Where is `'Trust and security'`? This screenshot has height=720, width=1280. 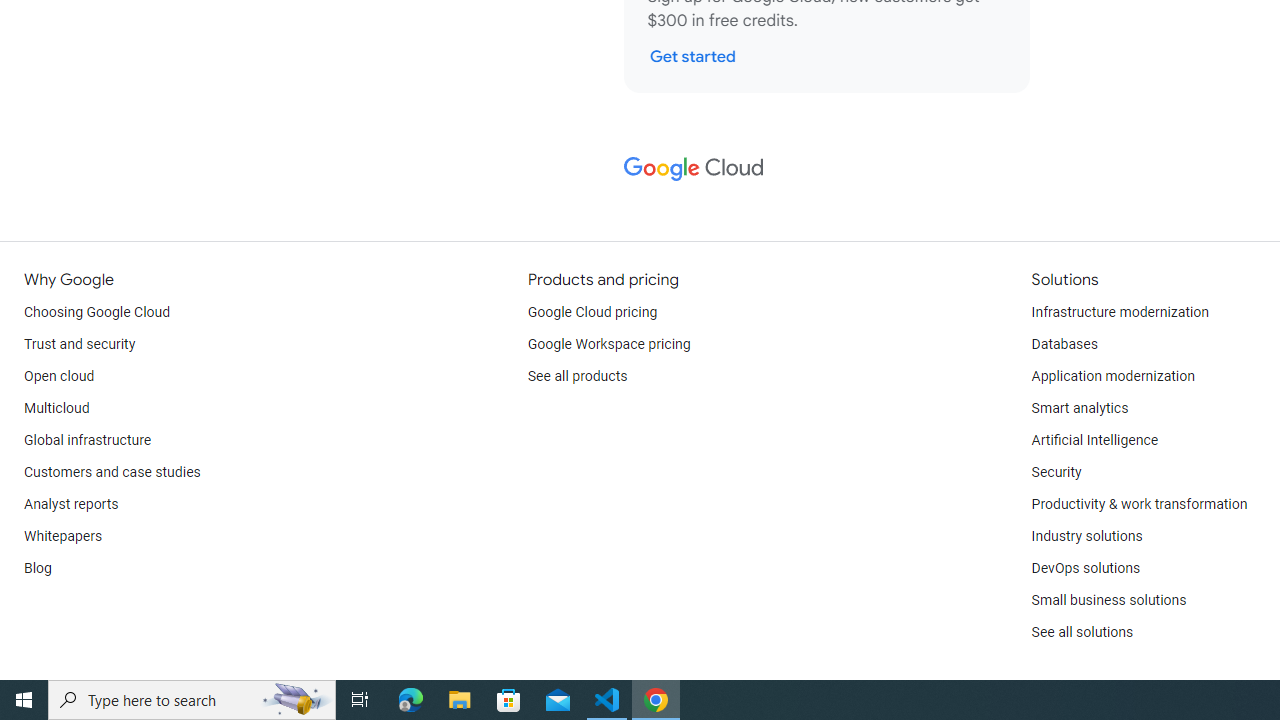
'Trust and security' is located at coordinates (80, 343).